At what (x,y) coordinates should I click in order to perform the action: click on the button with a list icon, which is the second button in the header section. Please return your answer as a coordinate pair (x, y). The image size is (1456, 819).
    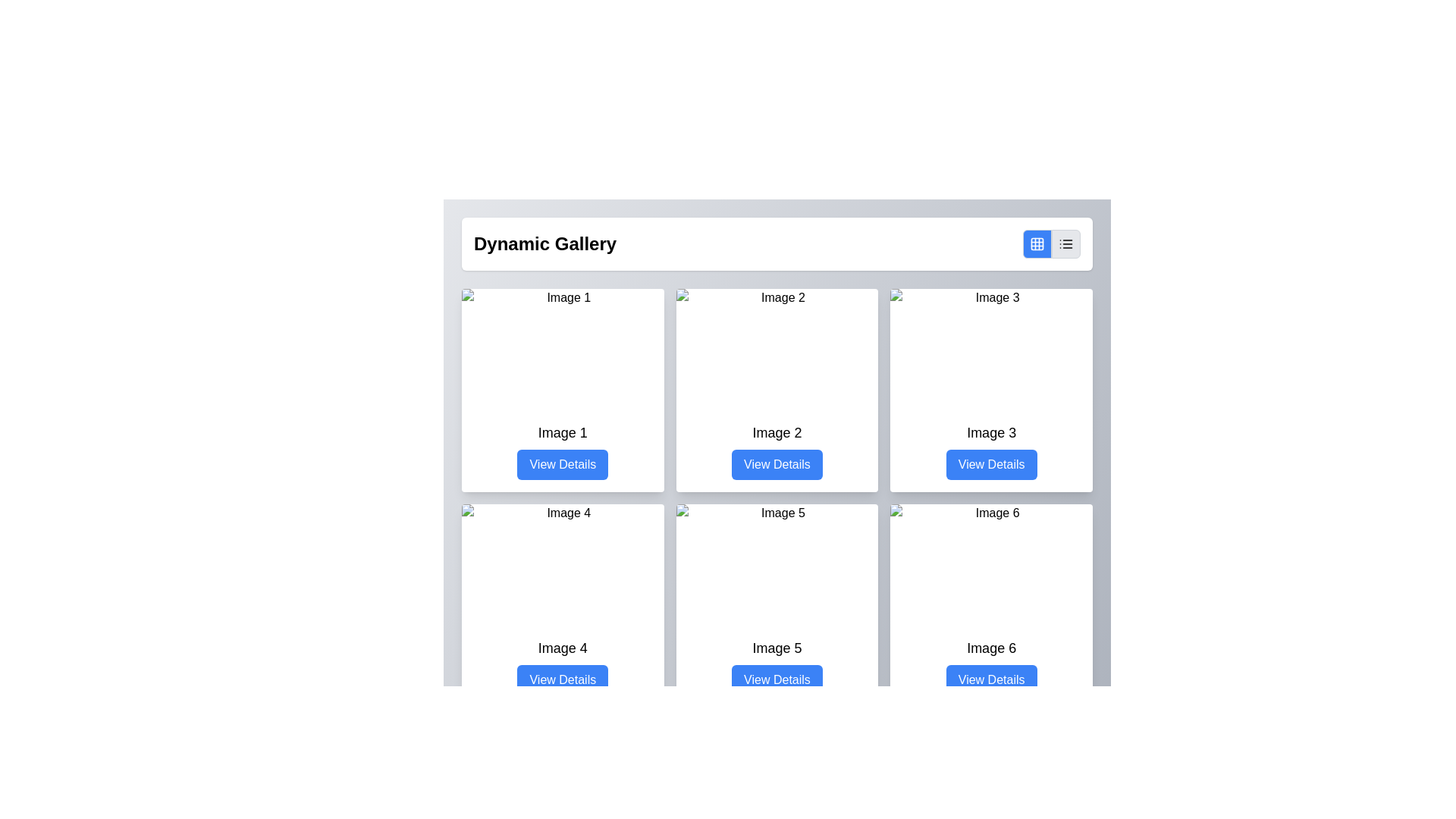
    Looking at the image, I should click on (1065, 243).